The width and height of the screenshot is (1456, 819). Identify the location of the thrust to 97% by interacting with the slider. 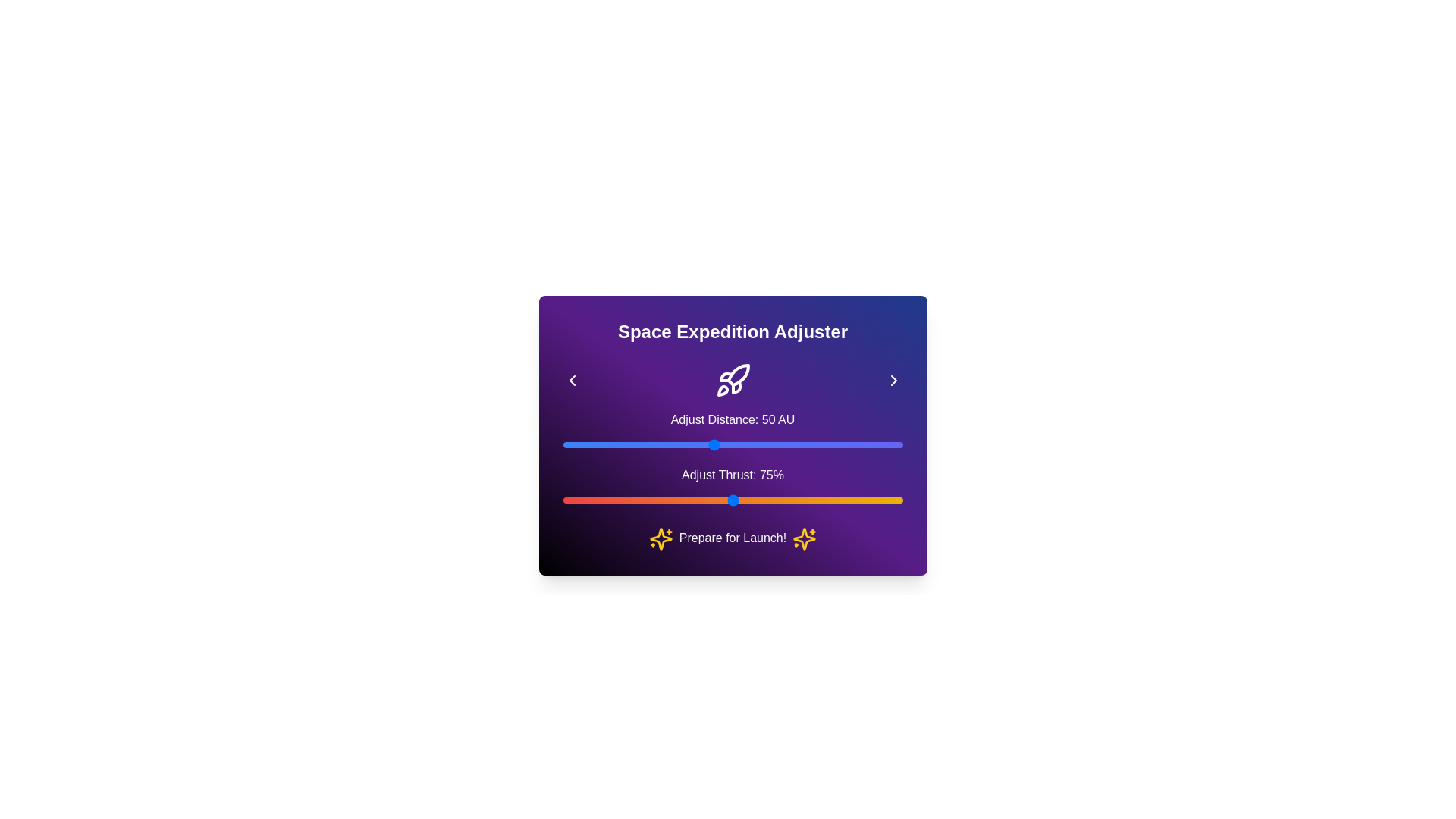
(882, 500).